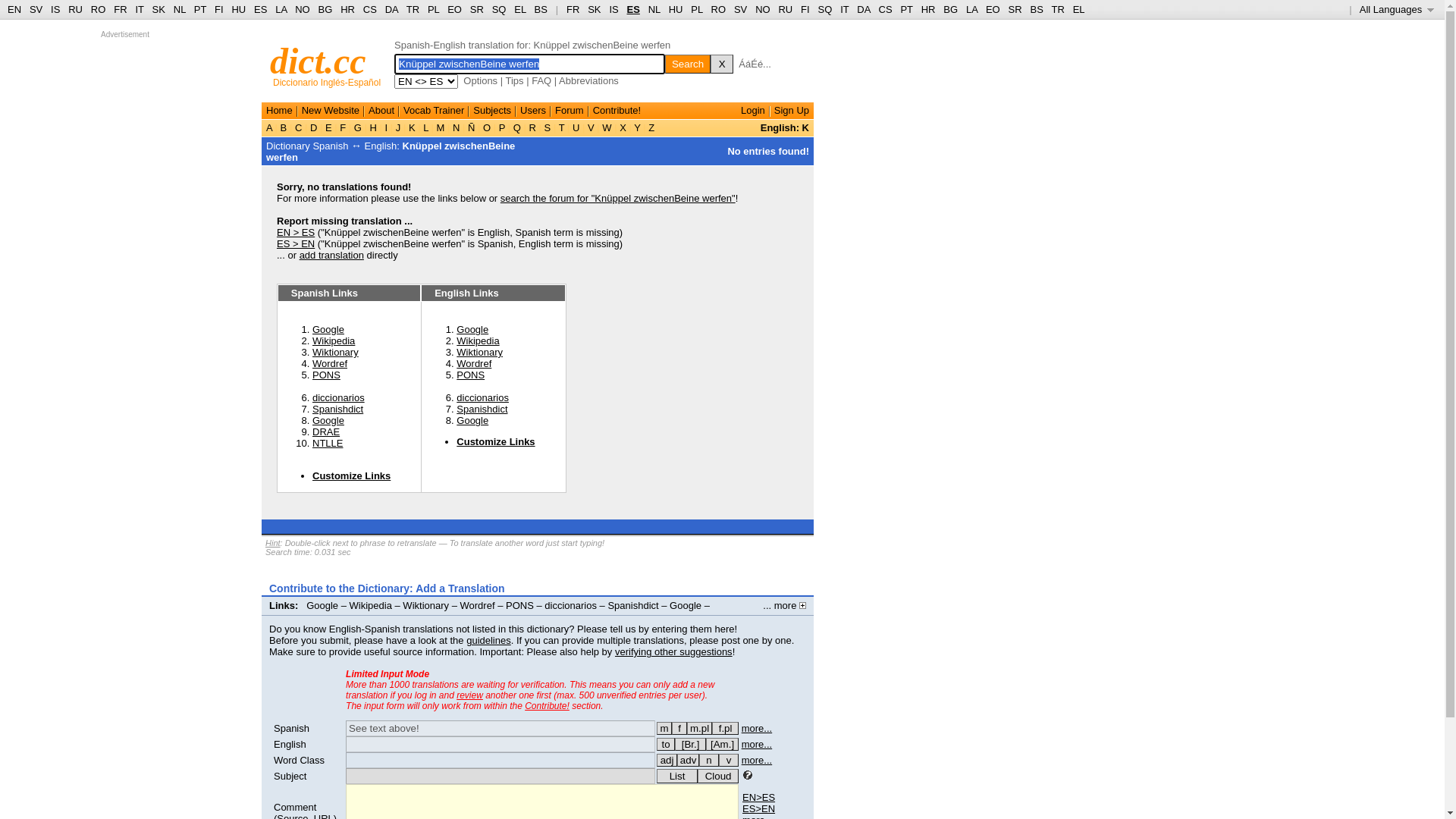  What do you see at coordinates (449, 127) in the screenshot?
I see `'N'` at bounding box center [449, 127].